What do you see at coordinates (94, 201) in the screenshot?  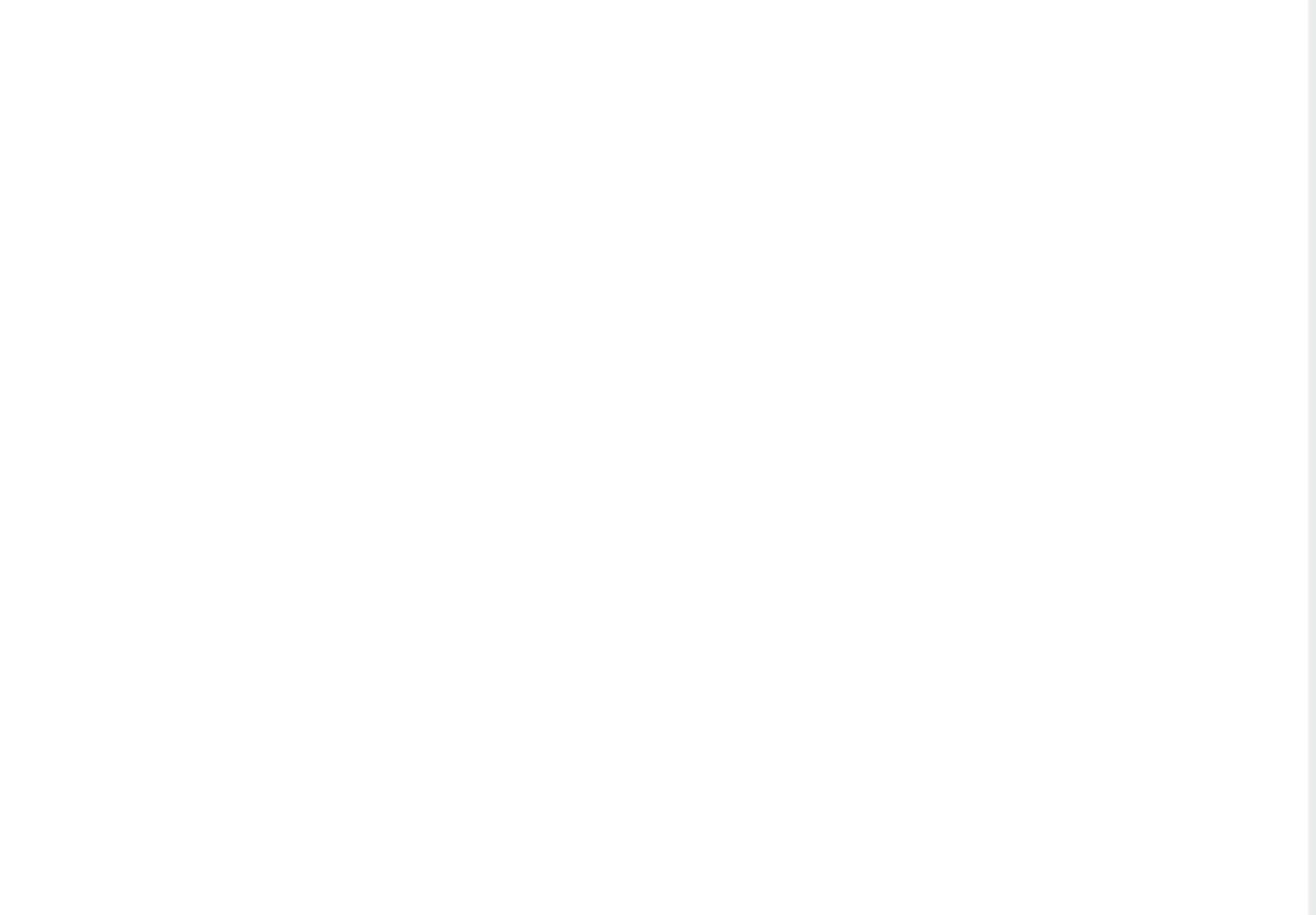 I see `'Blog'` at bounding box center [94, 201].